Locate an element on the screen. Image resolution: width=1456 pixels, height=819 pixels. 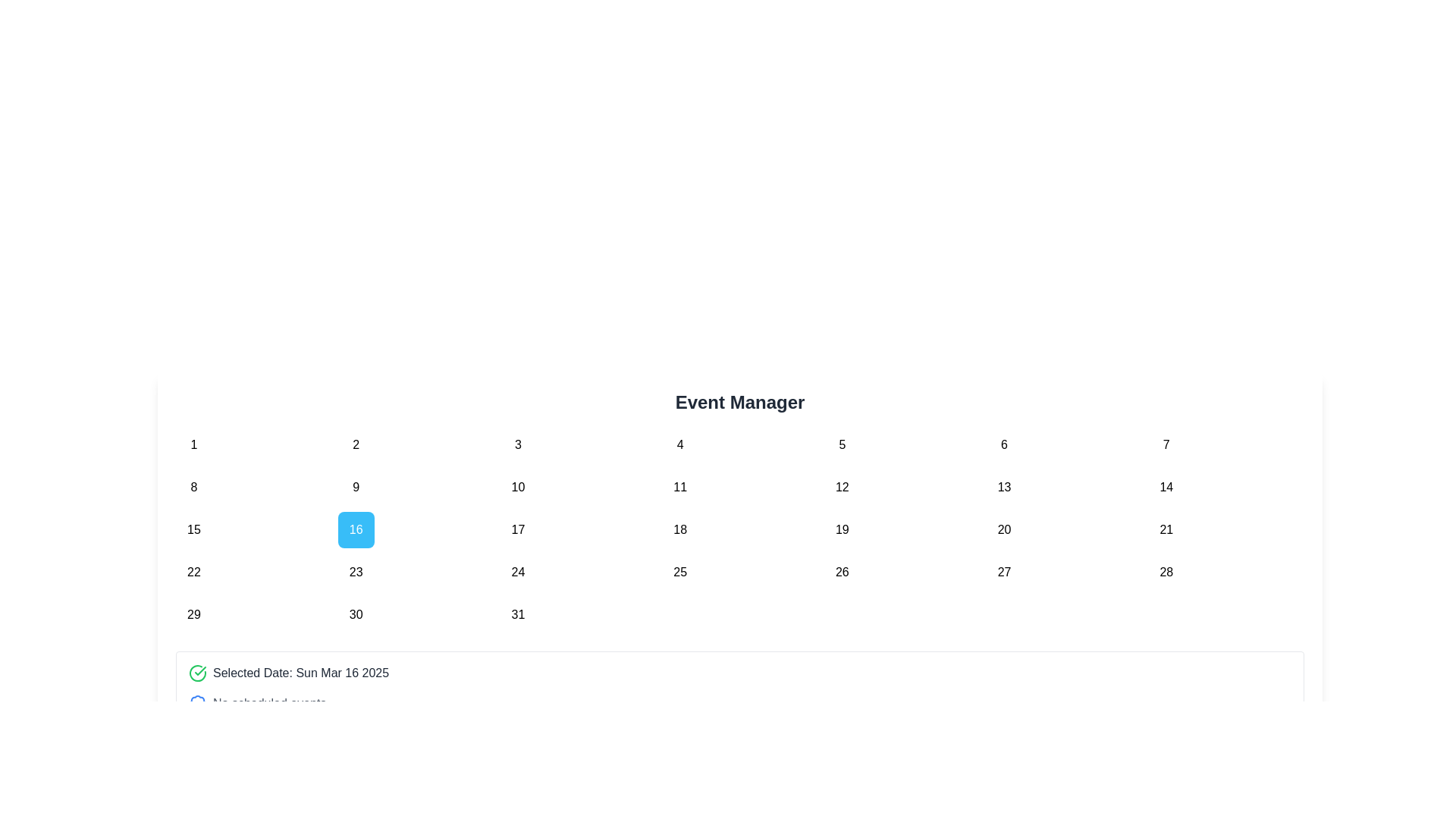
the first button in the calendar grid is located at coordinates (193, 444).